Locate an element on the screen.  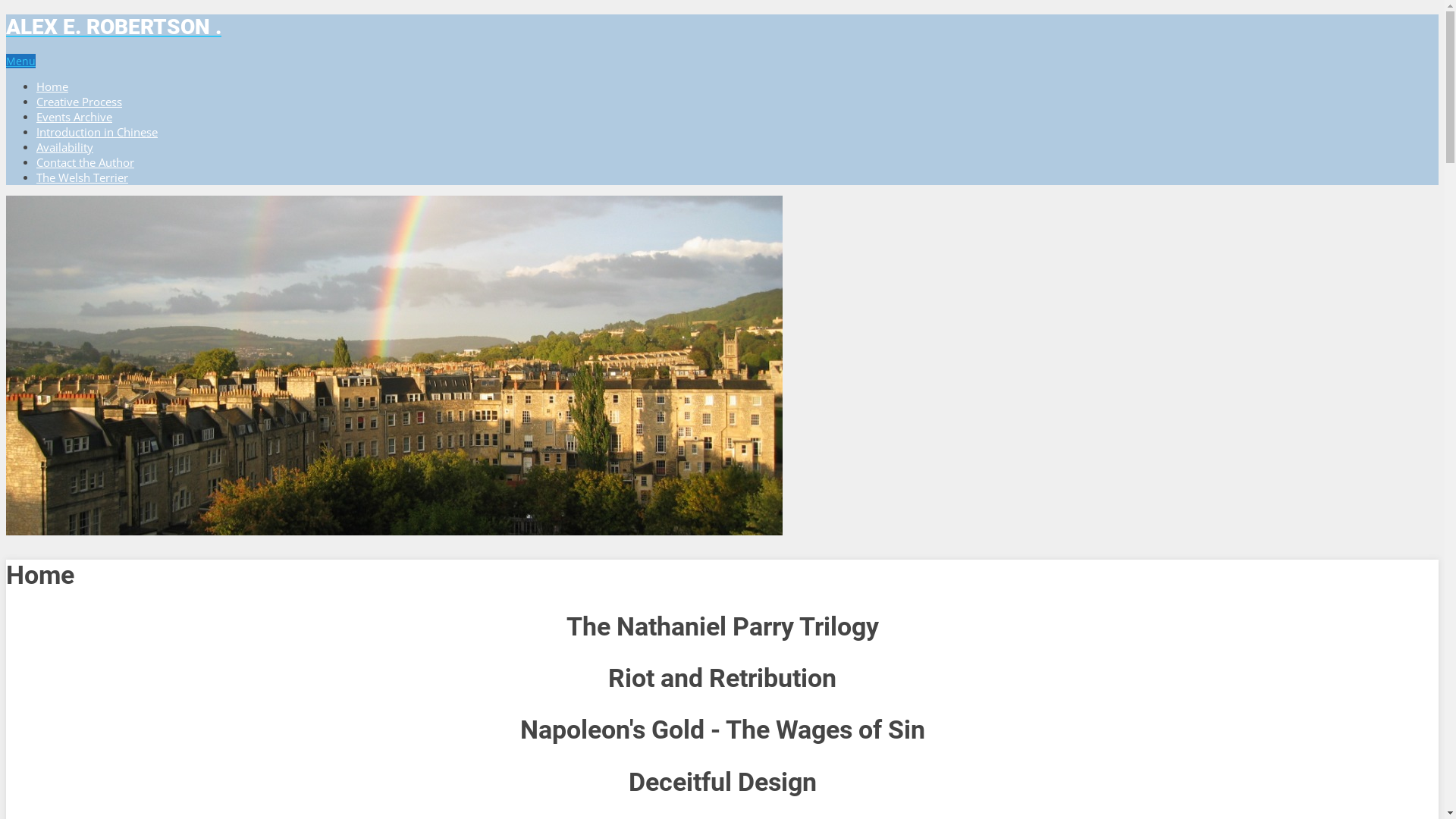
'Creative Process' is located at coordinates (36, 102).